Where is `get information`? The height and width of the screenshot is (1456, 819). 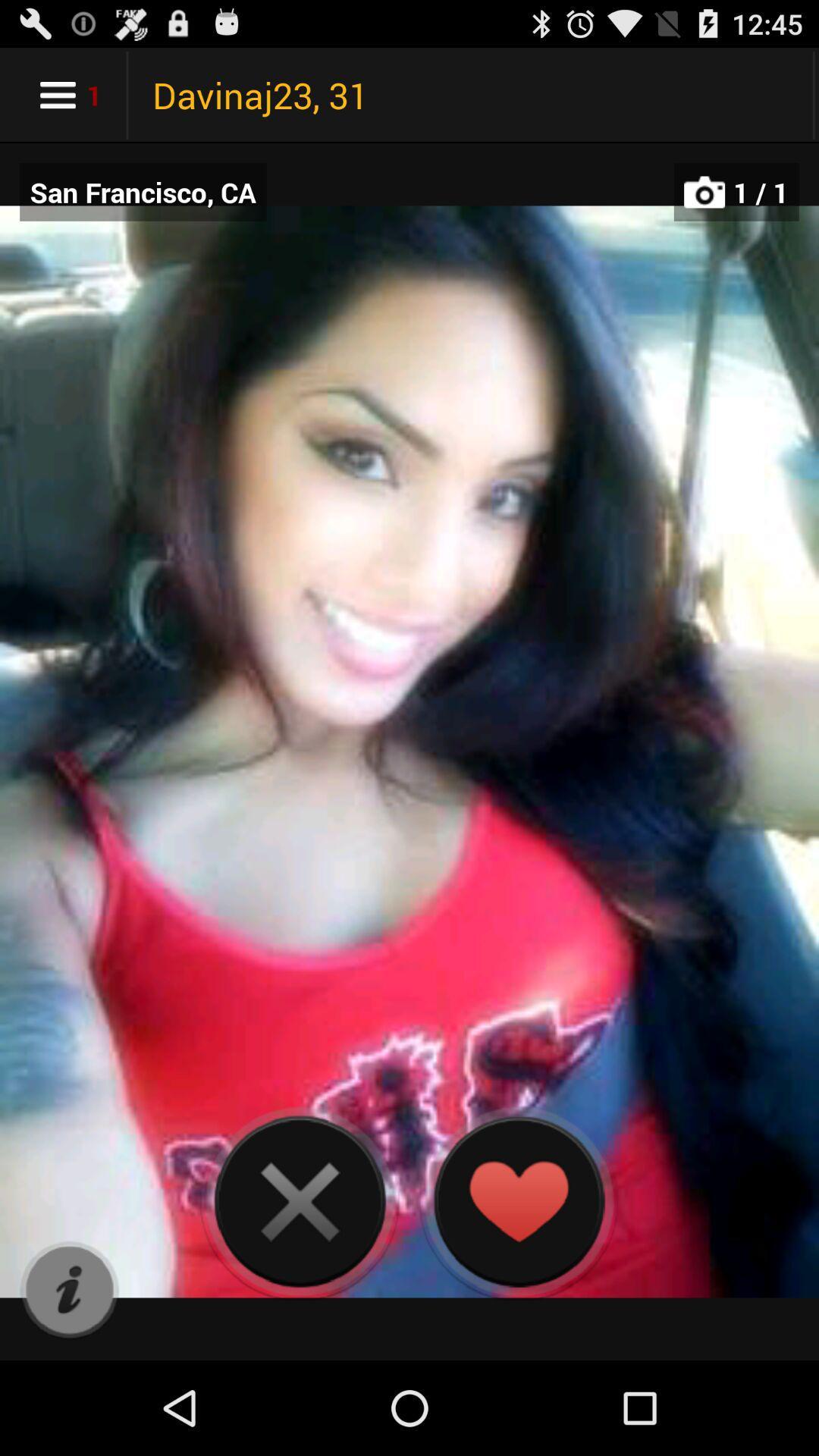
get information is located at coordinates (69, 1290).